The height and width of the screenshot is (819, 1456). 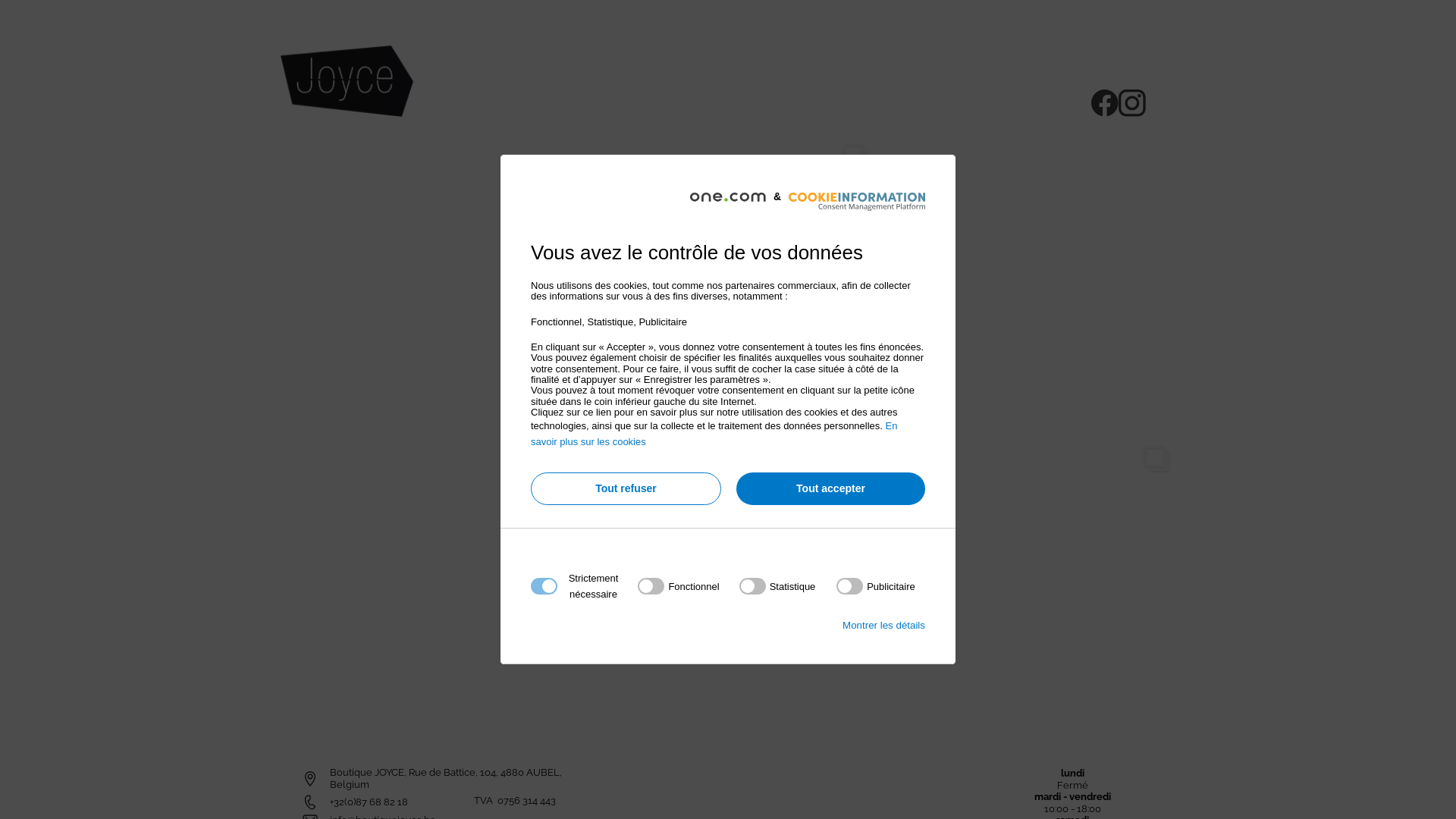 I want to click on 'Boutique JOYCE, Rue de Battice, 104, 4880 AUBEL, Belgium', so click(x=446, y=778).